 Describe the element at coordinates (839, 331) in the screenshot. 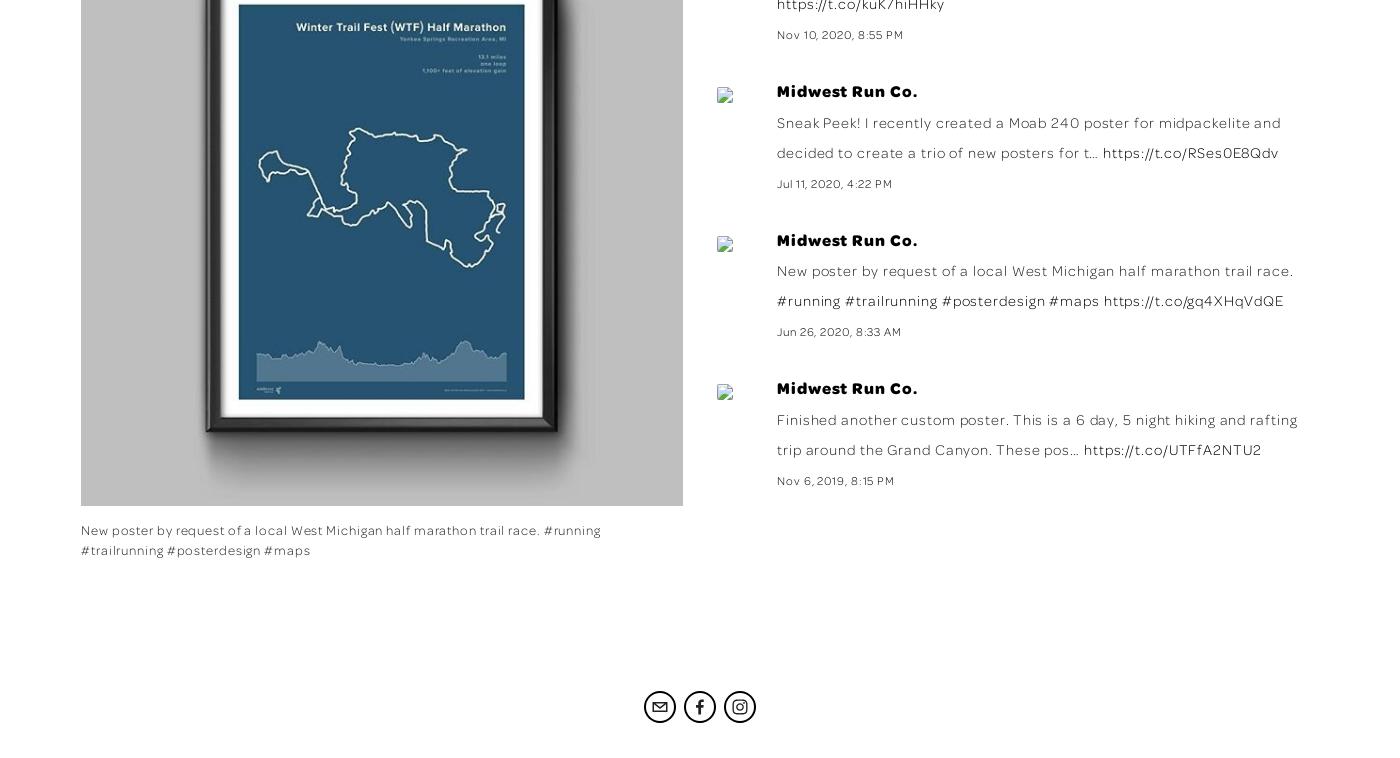

I see `'Jun 26, 2020, 8:33 AM'` at that location.